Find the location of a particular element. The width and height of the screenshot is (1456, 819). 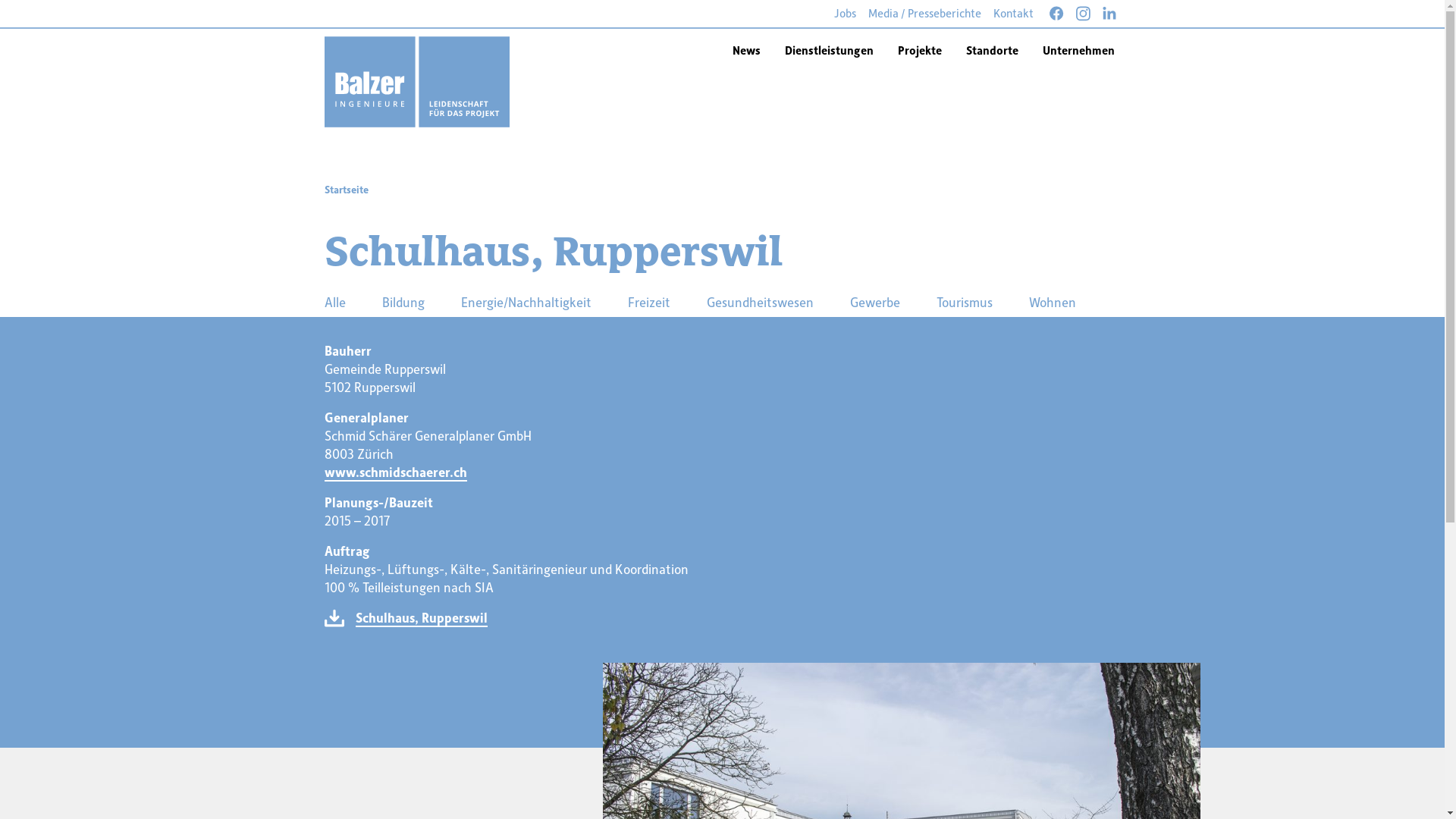

'www.schmidschaerer.ch' is located at coordinates (396, 472).